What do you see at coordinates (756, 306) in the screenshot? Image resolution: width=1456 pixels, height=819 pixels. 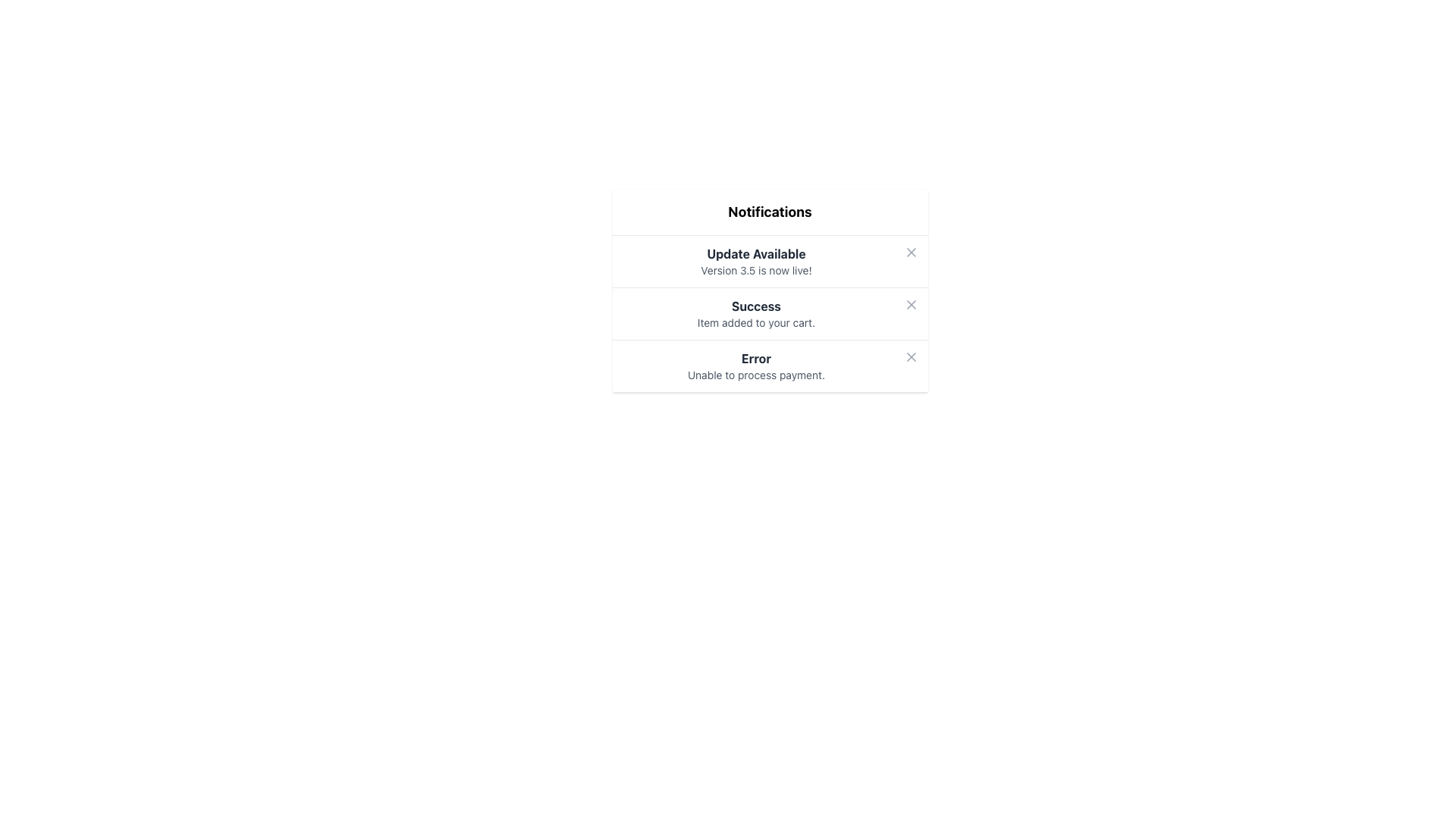 I see `text of the bold 'Success' label in the second notification card, which indicates a successful action` at bounding box center [756, 306].